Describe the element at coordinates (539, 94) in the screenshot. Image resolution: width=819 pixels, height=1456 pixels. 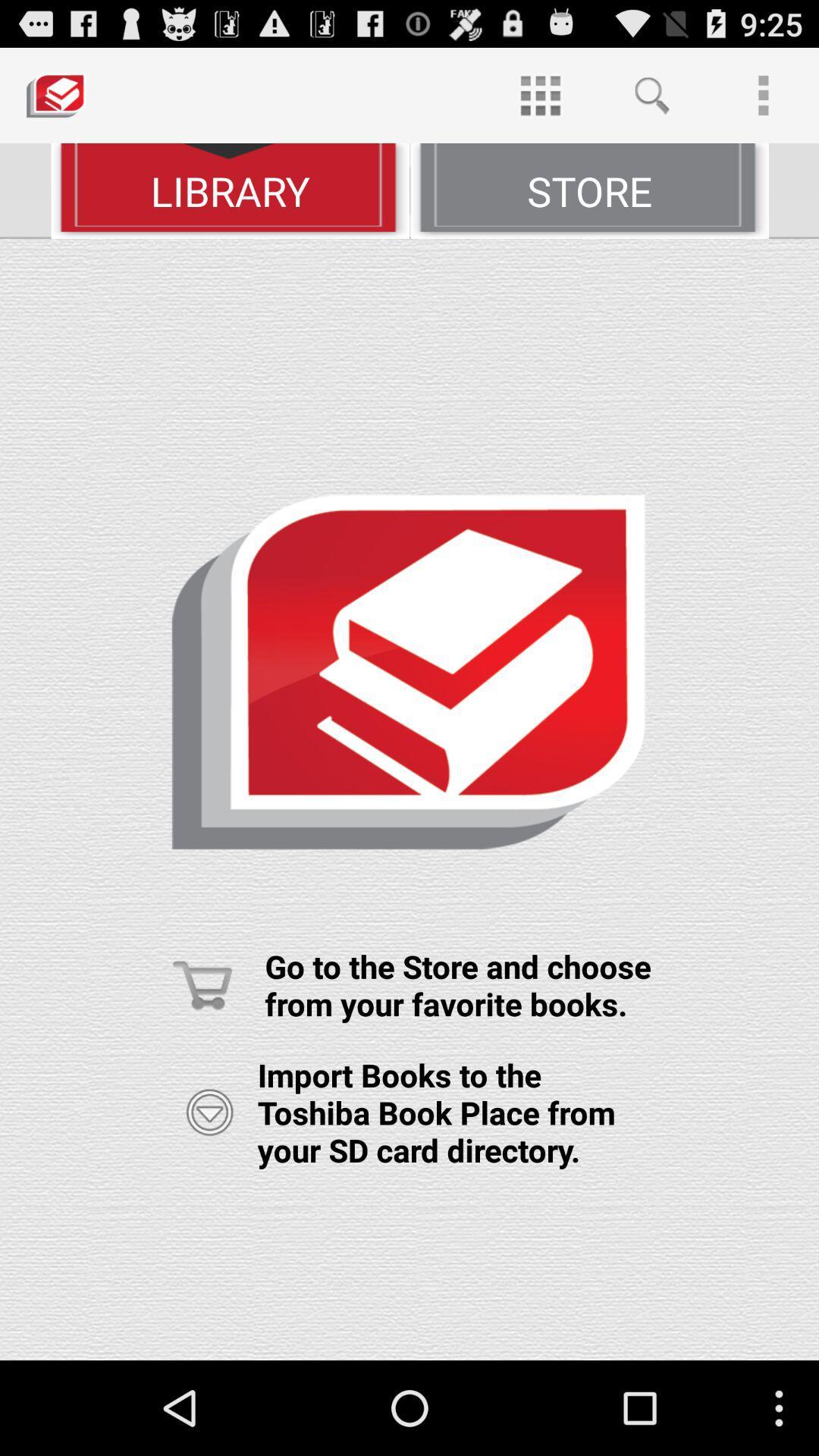
I see `the icon above store` at that location.